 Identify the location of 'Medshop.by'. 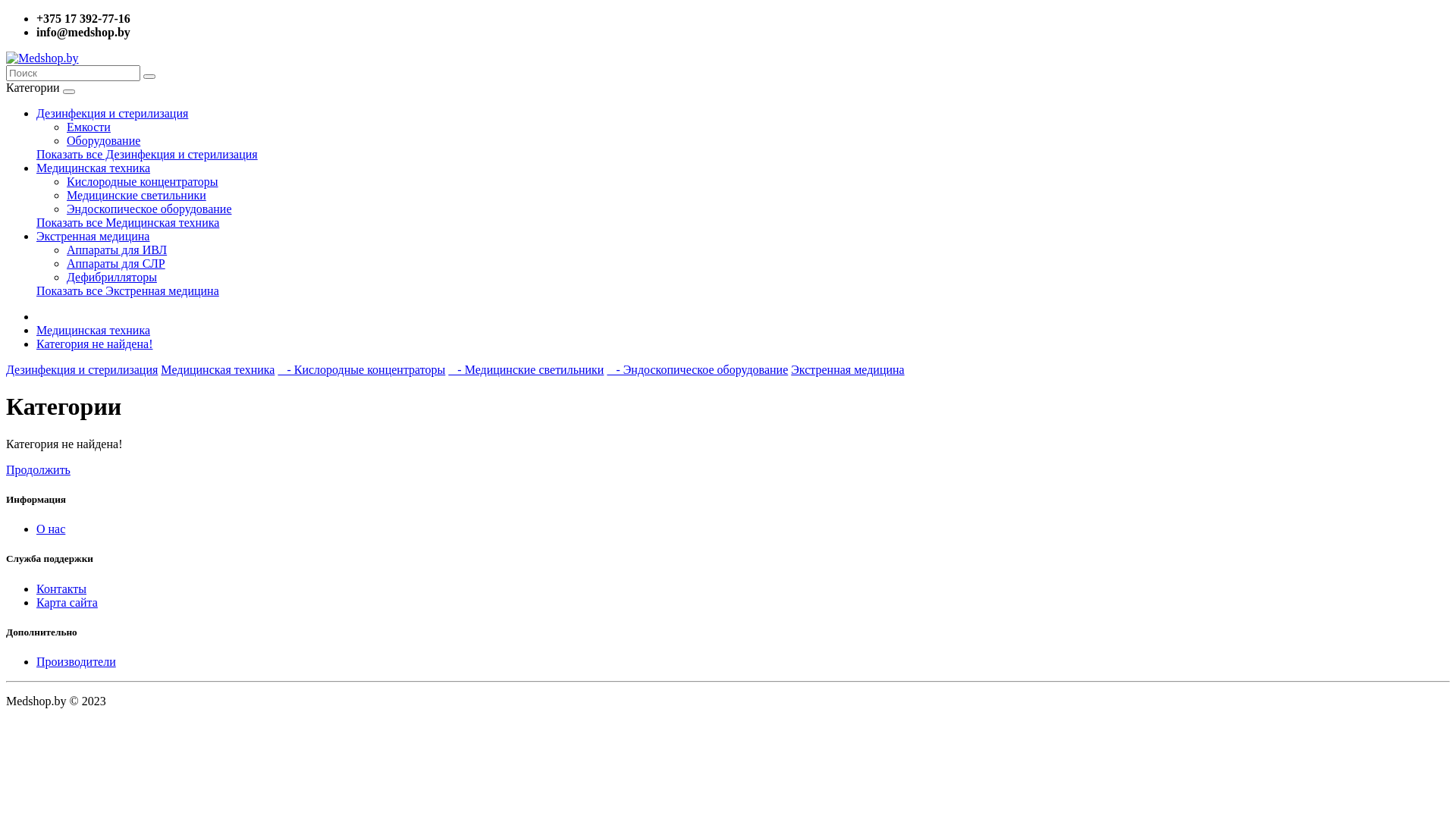
(42, 58).